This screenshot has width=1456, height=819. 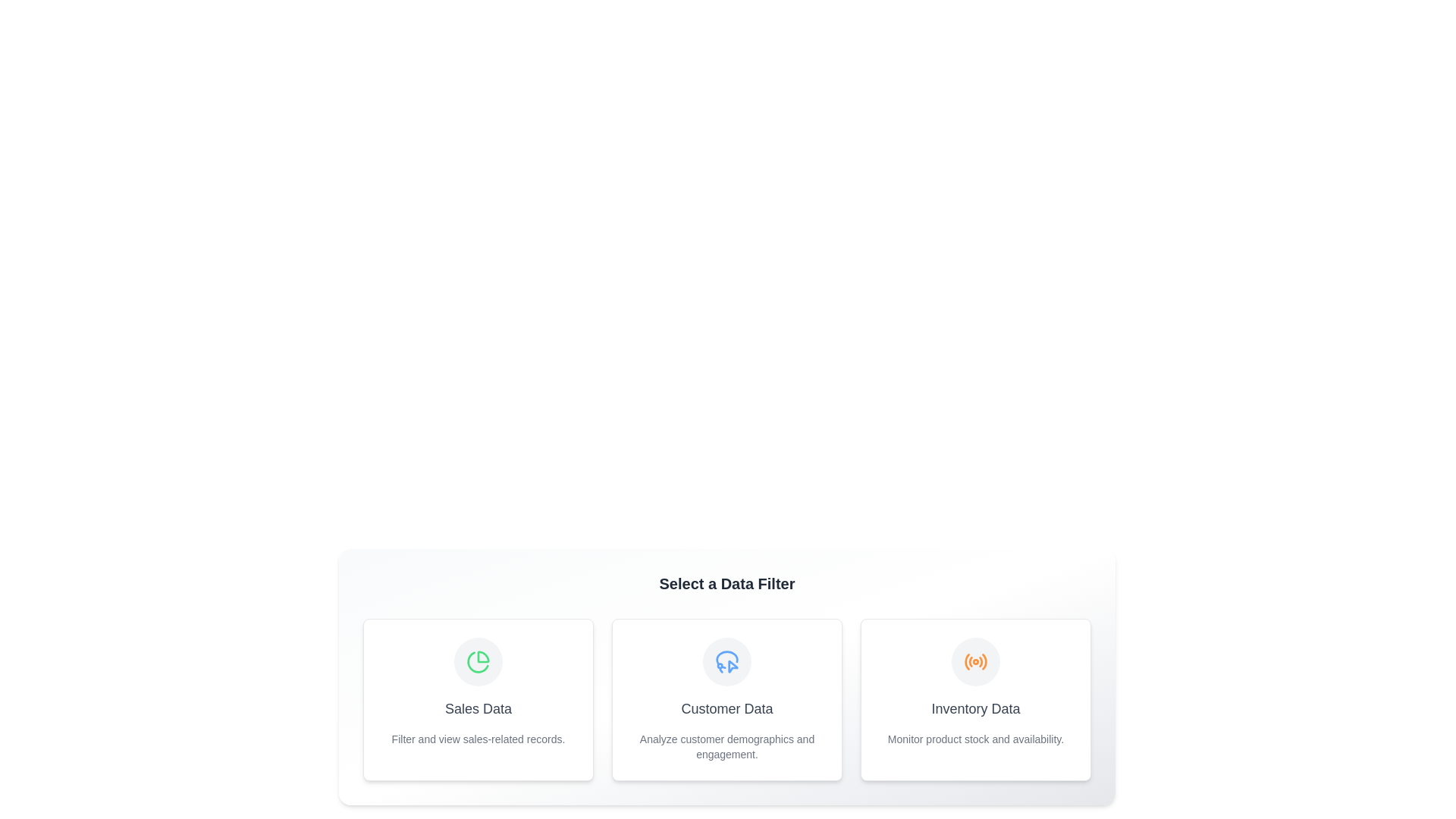 What do you see at coordinates (726, 657) in the screenshot?
I see `decorative vector graphic component that enhances the customer data filter icon, located centrally within the filter card` at bounding box center [726, 657].